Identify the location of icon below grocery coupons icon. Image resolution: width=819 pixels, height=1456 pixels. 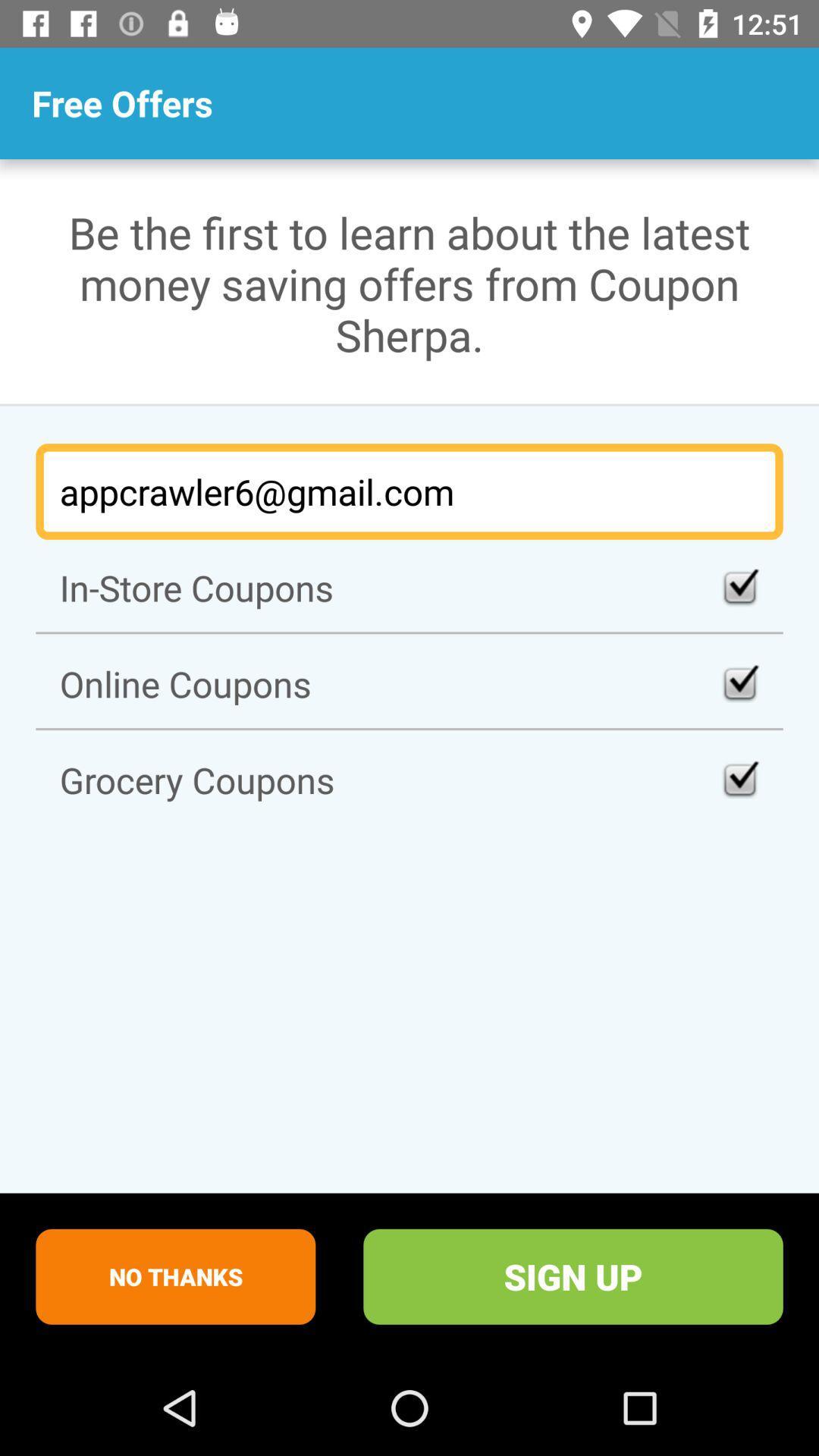
(174, 1276).